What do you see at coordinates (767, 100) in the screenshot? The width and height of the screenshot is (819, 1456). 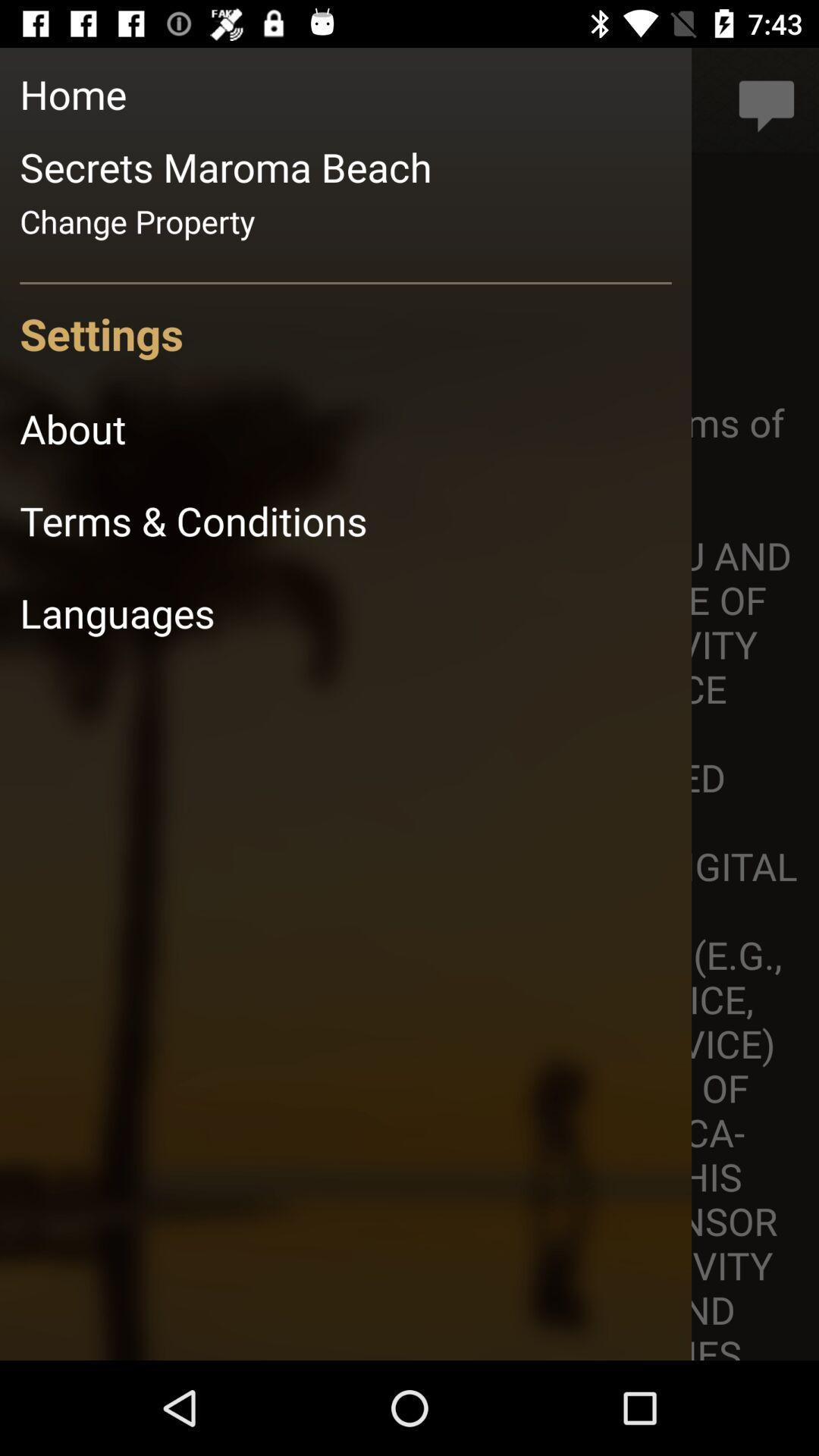 I see `the chat icon` at bounding box center [767, 100].